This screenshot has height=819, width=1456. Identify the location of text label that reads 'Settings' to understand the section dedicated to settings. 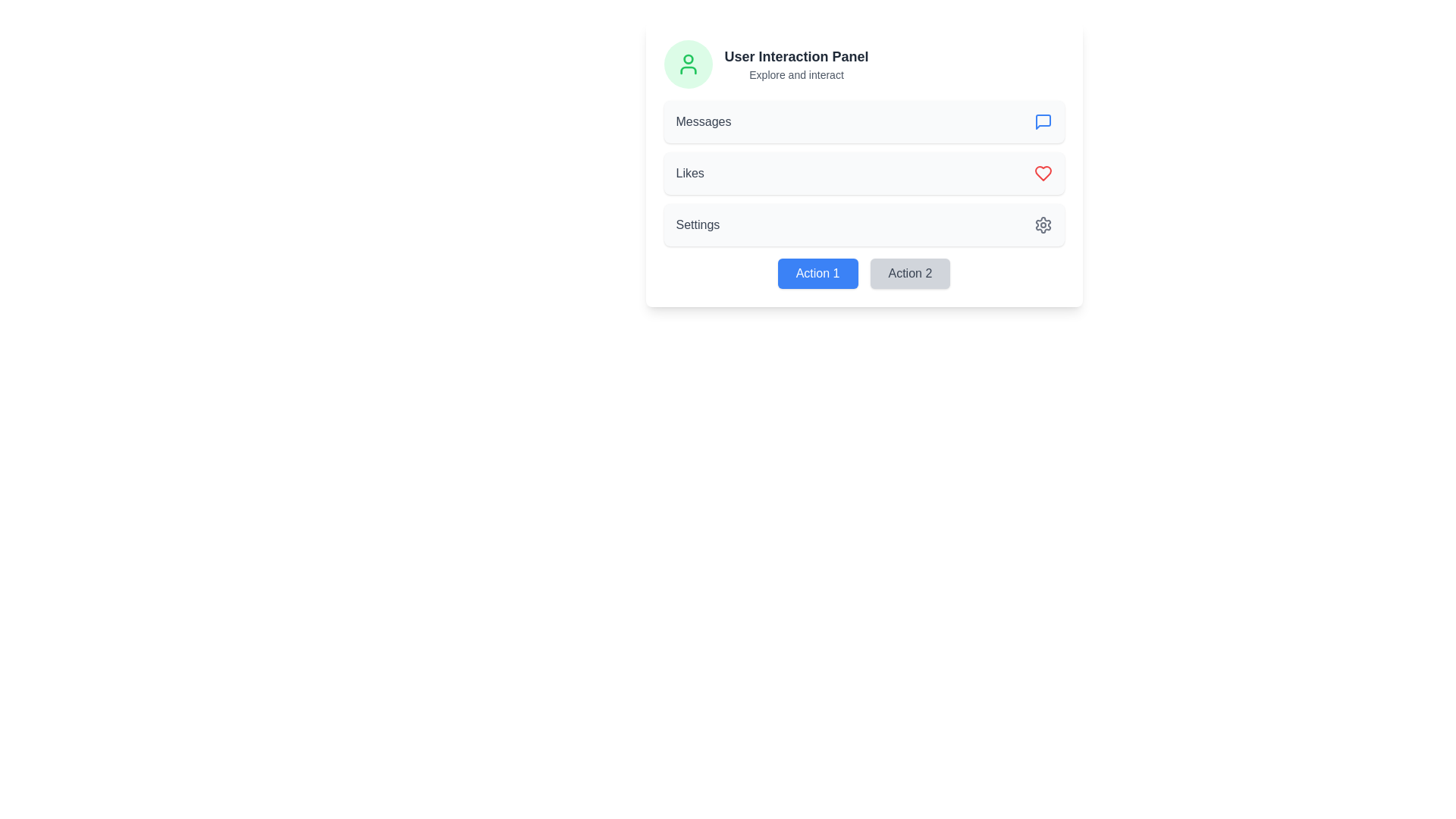
(697, 225).